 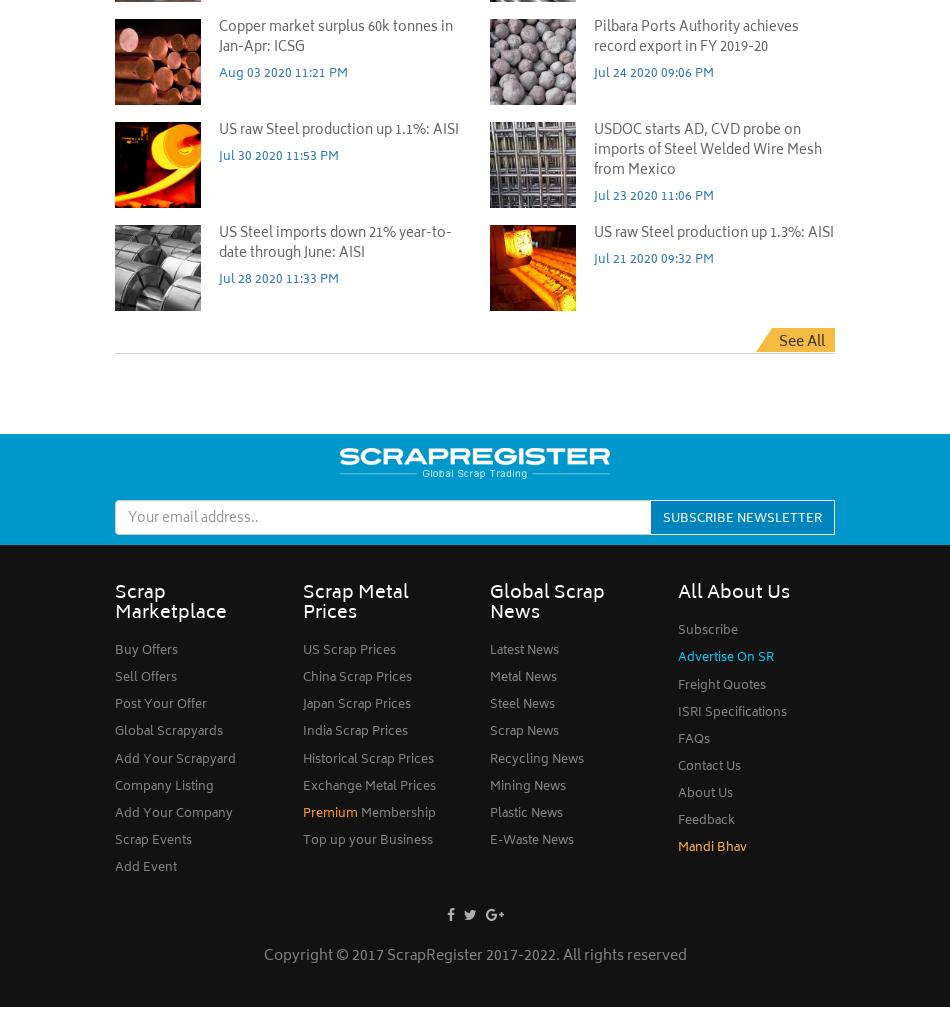 What do you see at coordinates (146, 650) in the screenshot?
I see `'Buy Offers'` at bounding box center [146, 650].